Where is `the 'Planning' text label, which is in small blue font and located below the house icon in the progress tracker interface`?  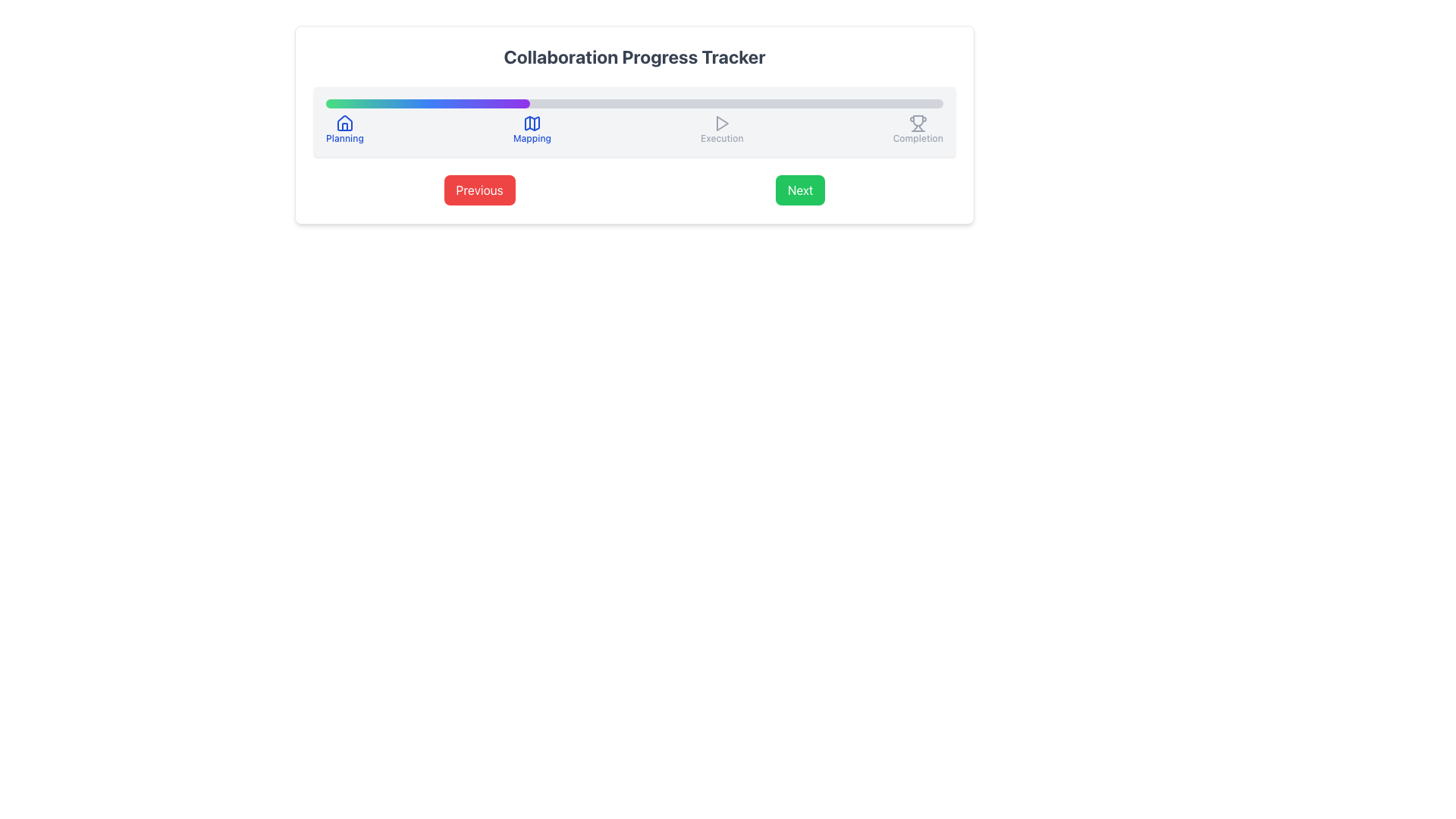
the 'Planning' text label, which is in small blue font and located below the house icon in the progress tracker interface is located at coordinates (344, 138).